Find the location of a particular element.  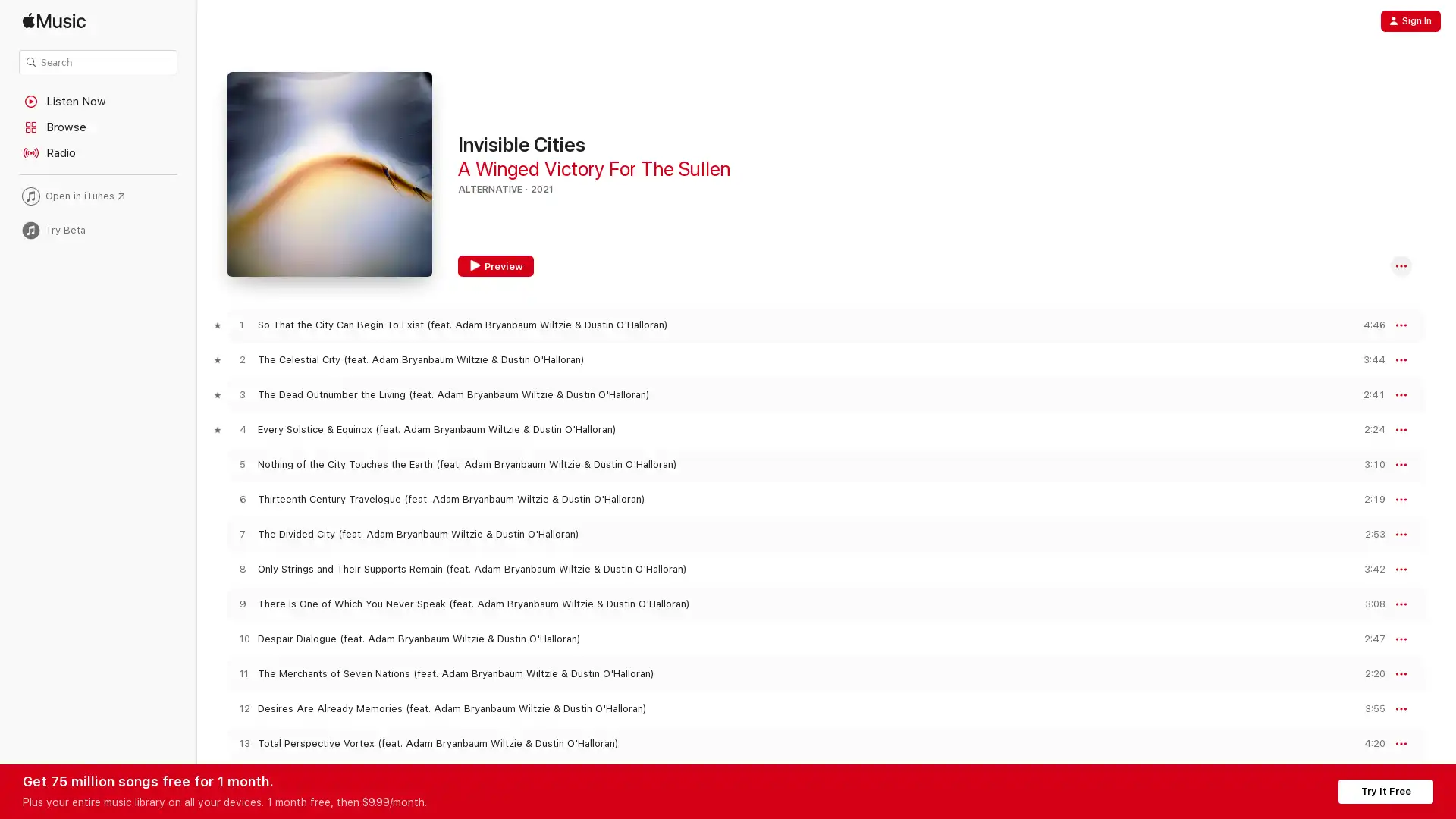

Play is located at coordinates (241, 673).